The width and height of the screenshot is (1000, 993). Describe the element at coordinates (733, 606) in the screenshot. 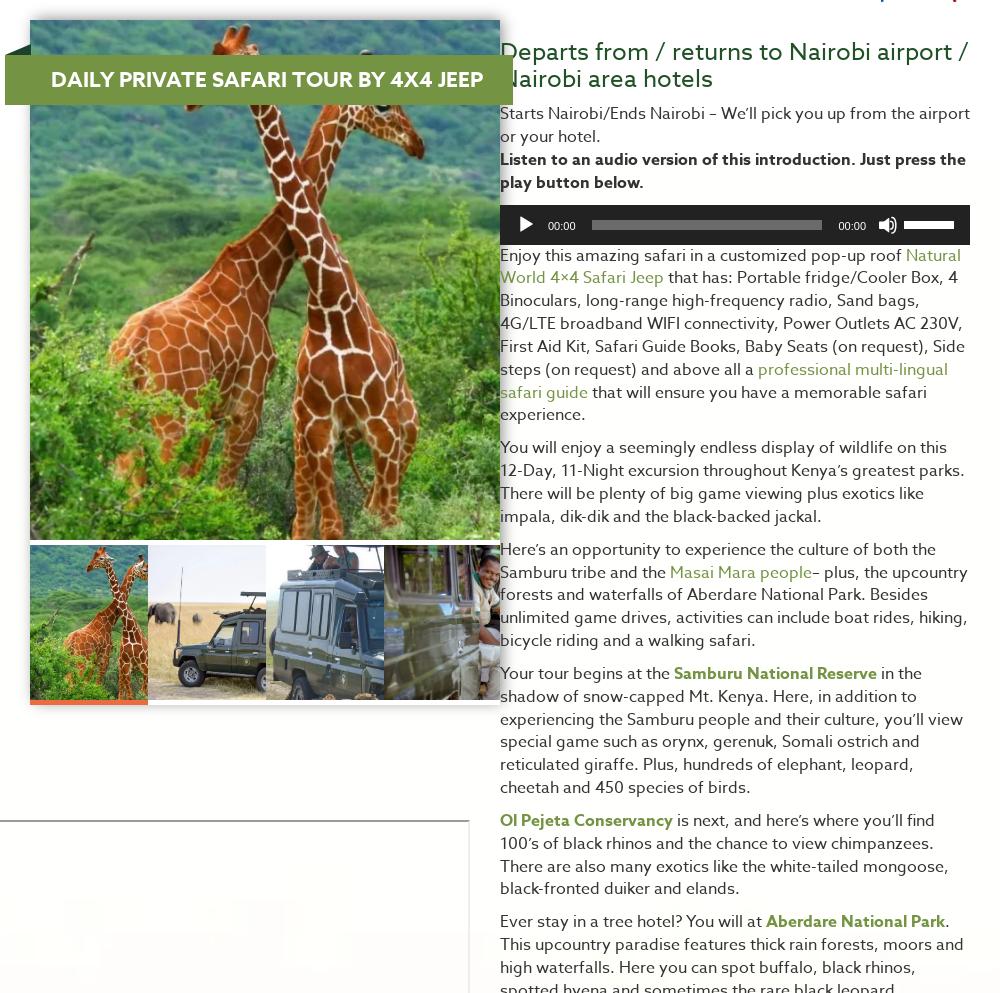

I see `'– plus, the upcountry forests and waterfalls of Aberdare National Park. Besides unlimited game drives, activities can include boat rides, hiking, bicycle riding and a walking safari.'` at that location.